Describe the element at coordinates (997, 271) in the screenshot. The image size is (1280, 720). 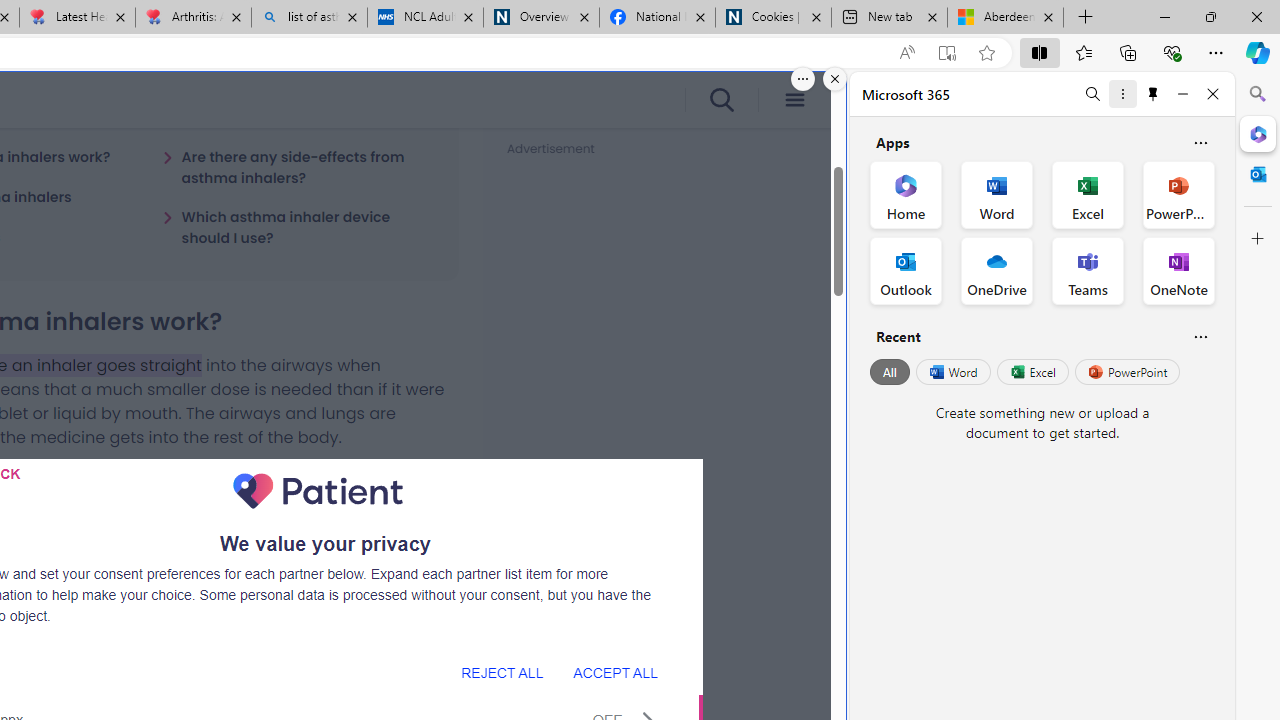
I see `'OneDrive Office App'` at that location.